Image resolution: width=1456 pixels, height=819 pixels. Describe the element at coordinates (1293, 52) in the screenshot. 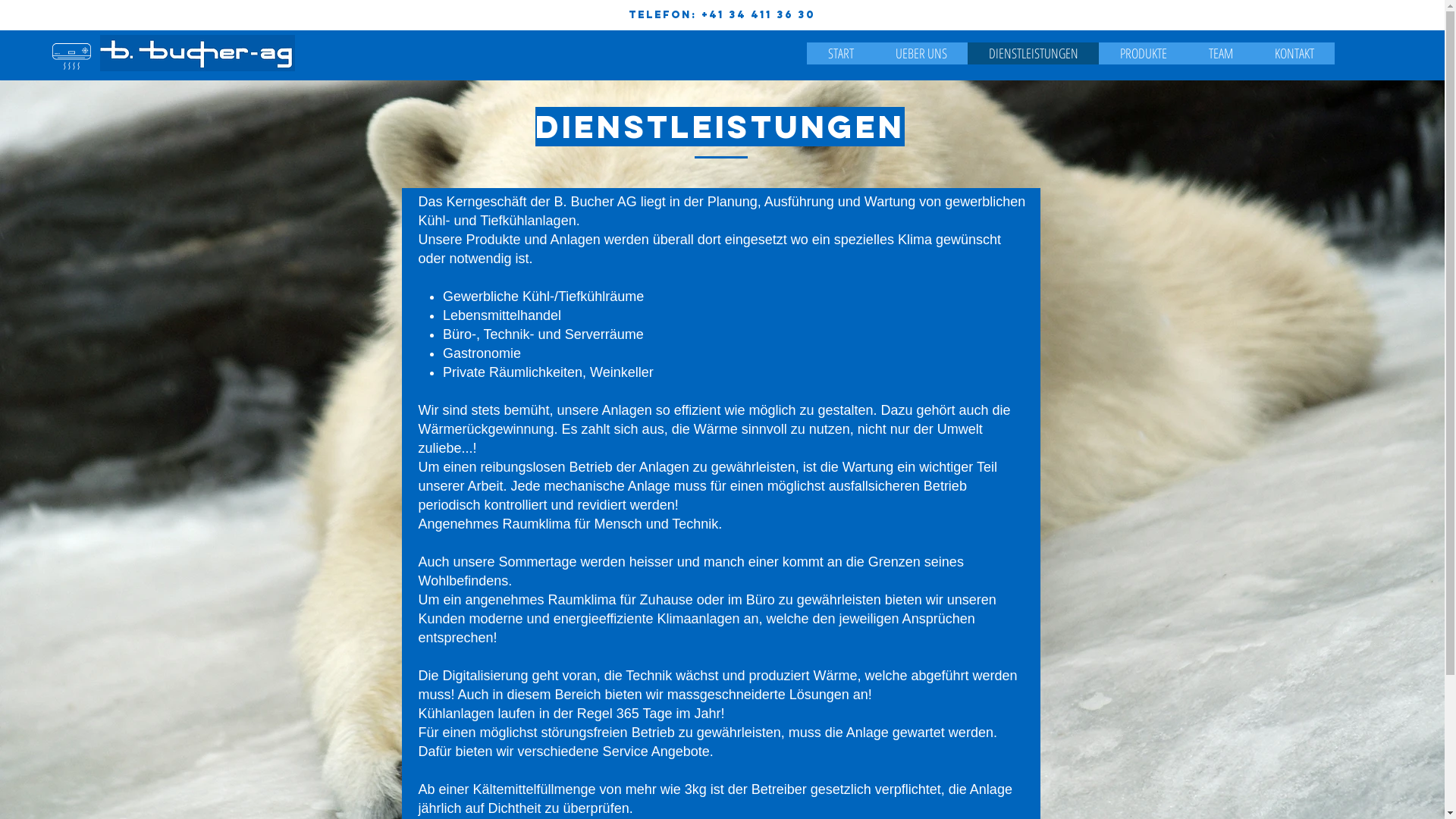

I see `'KONTAKT'` at that location.